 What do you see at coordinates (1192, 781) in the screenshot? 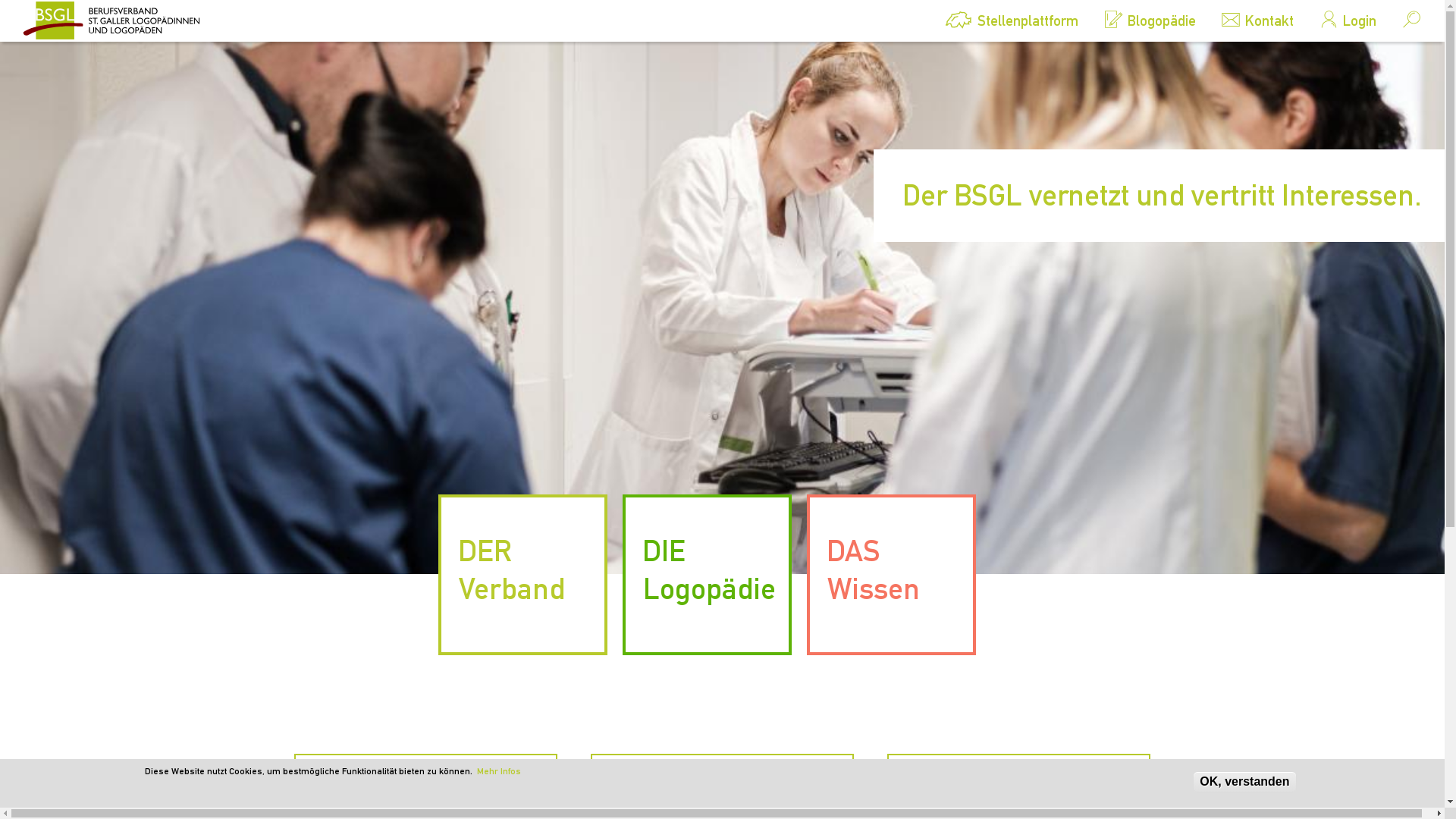
I see `'OK, verstanden'` at bounding box center [1192, 781].